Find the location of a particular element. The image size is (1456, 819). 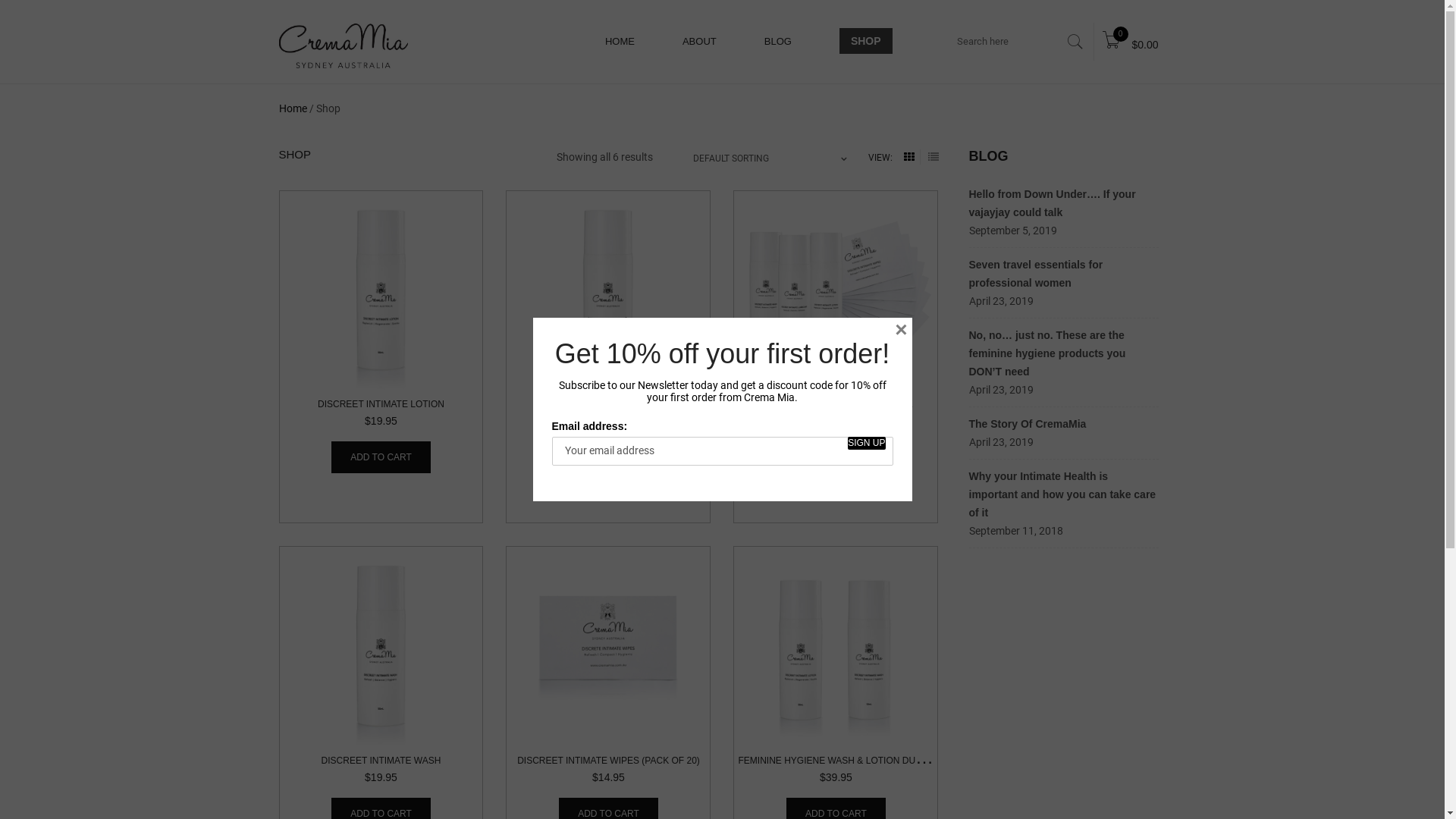

'The Story Of CremaMia' is located at coordinates (1028, 424).